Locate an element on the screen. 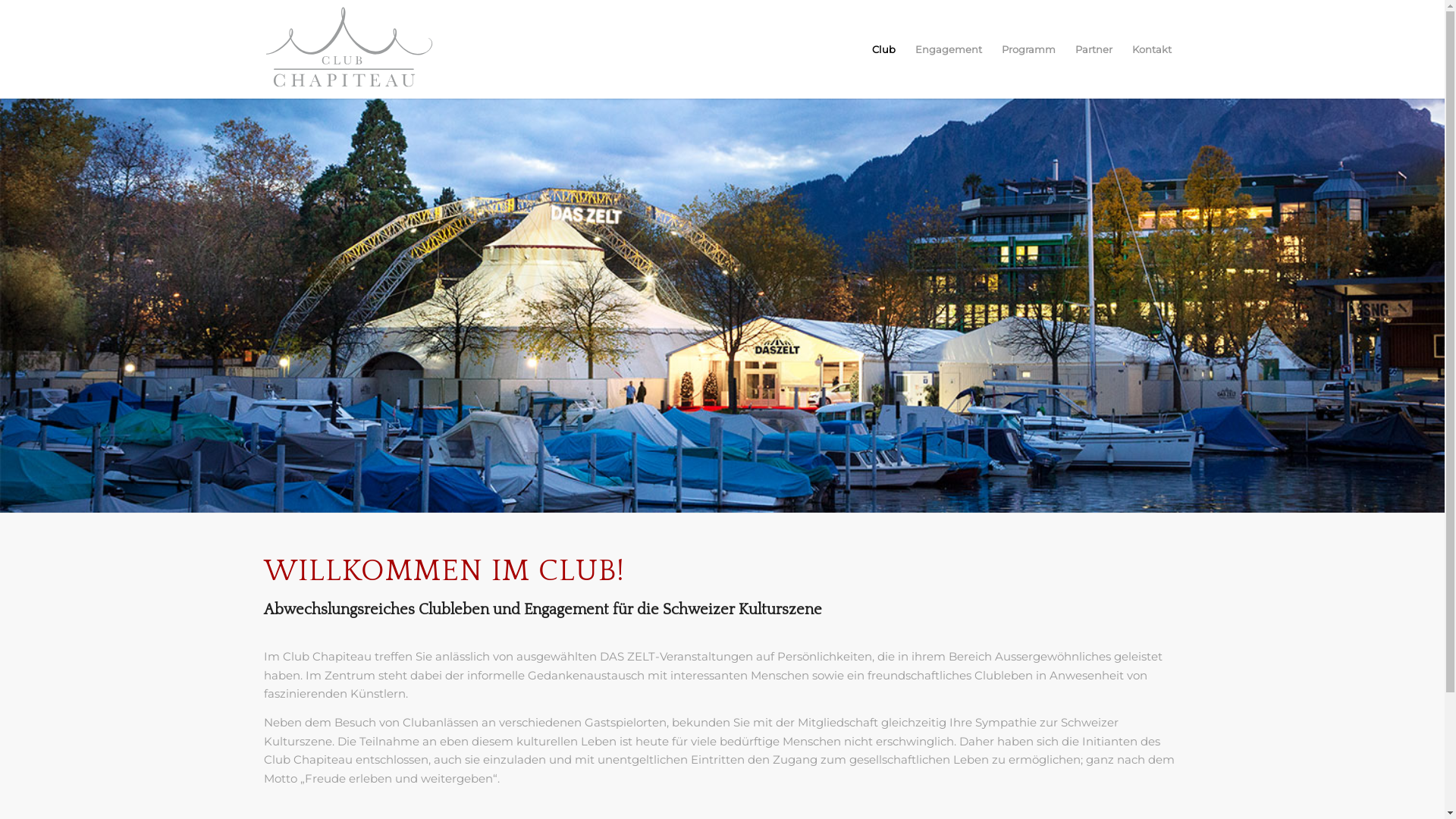 This screenshot has width=1456, height=819. 'Kontakt' is located at coordinates (1122, 49).